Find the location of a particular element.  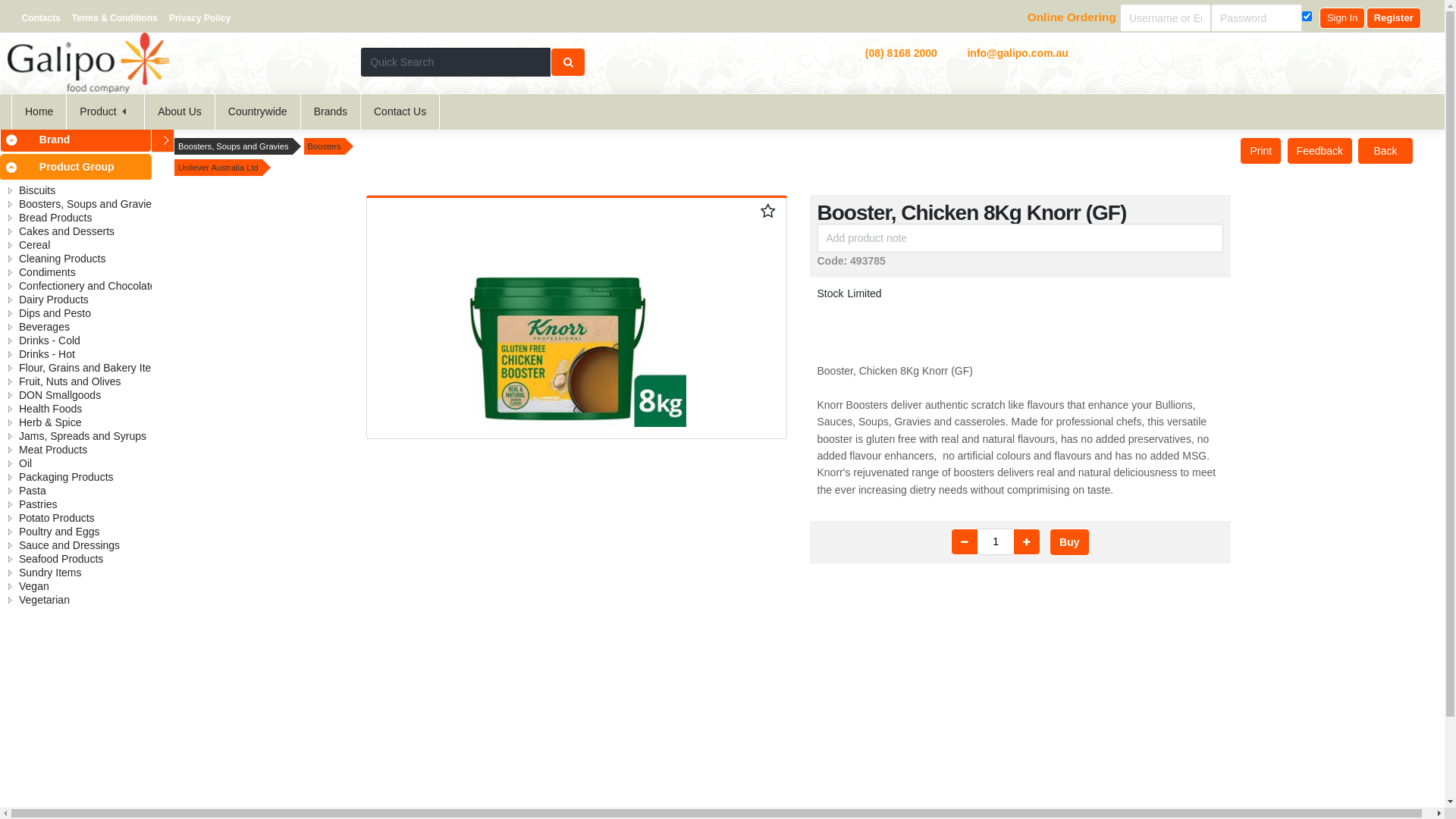

'Cleaning Products' is located at coordinates (61, 257).